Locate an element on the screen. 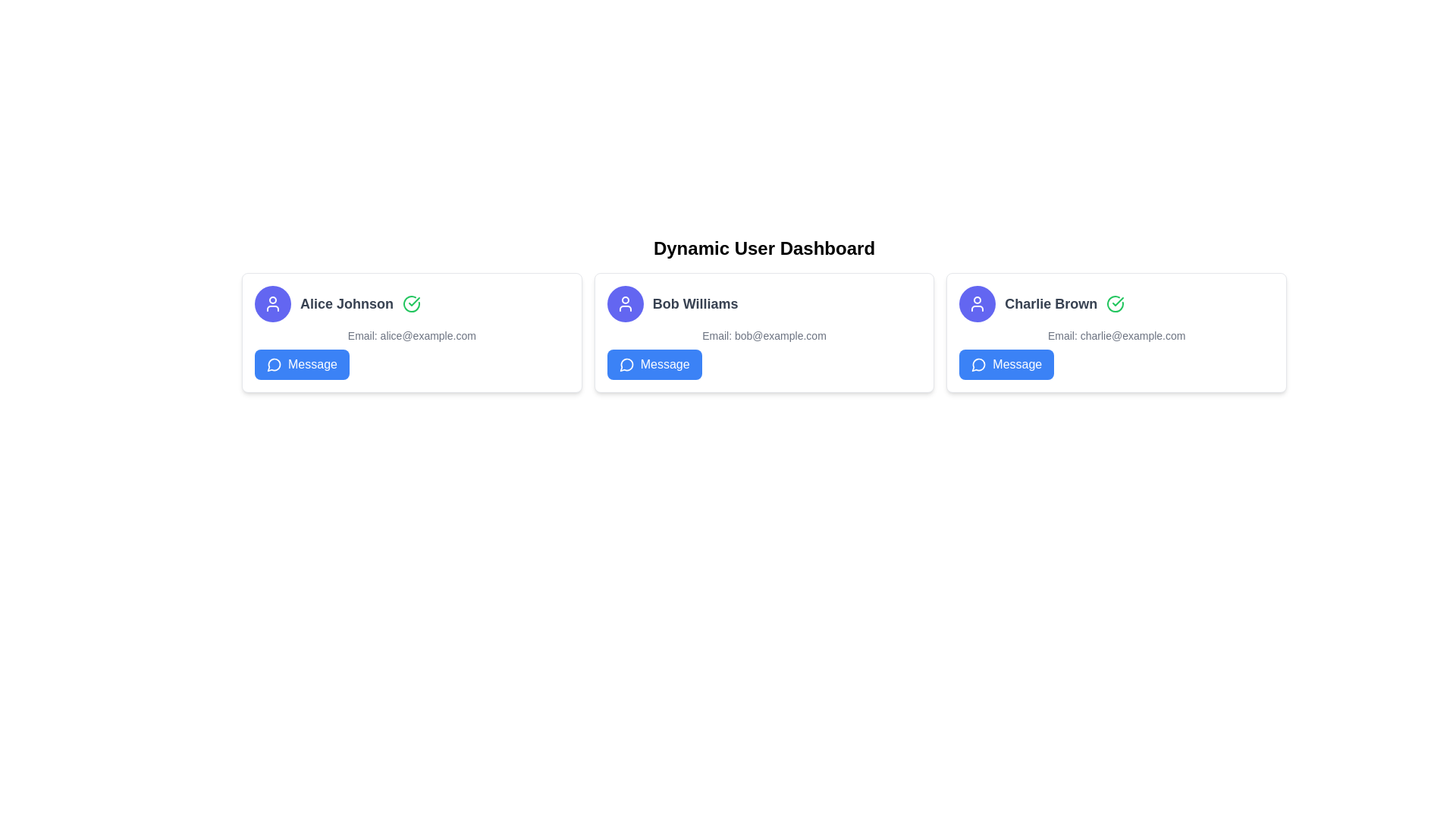 This screenshot has height=819, width=1456. text label displaying 'Bob Williams' located in the middle column of the card layout, directly beneath the user profile icon in a purple circle is located at coordinates (695, 304).